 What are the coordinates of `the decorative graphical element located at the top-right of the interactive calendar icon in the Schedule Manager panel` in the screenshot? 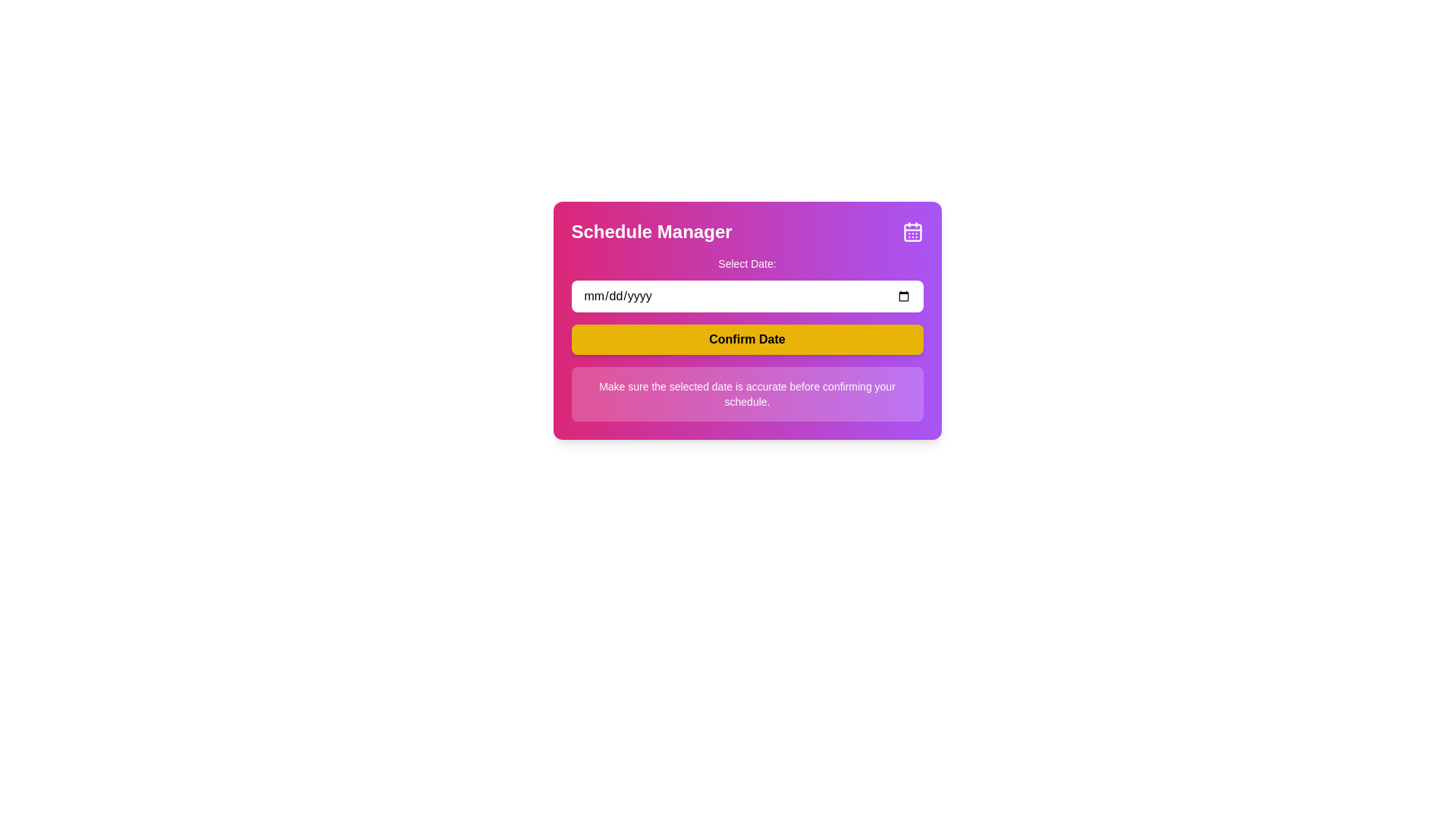 It's located at (912, 233).